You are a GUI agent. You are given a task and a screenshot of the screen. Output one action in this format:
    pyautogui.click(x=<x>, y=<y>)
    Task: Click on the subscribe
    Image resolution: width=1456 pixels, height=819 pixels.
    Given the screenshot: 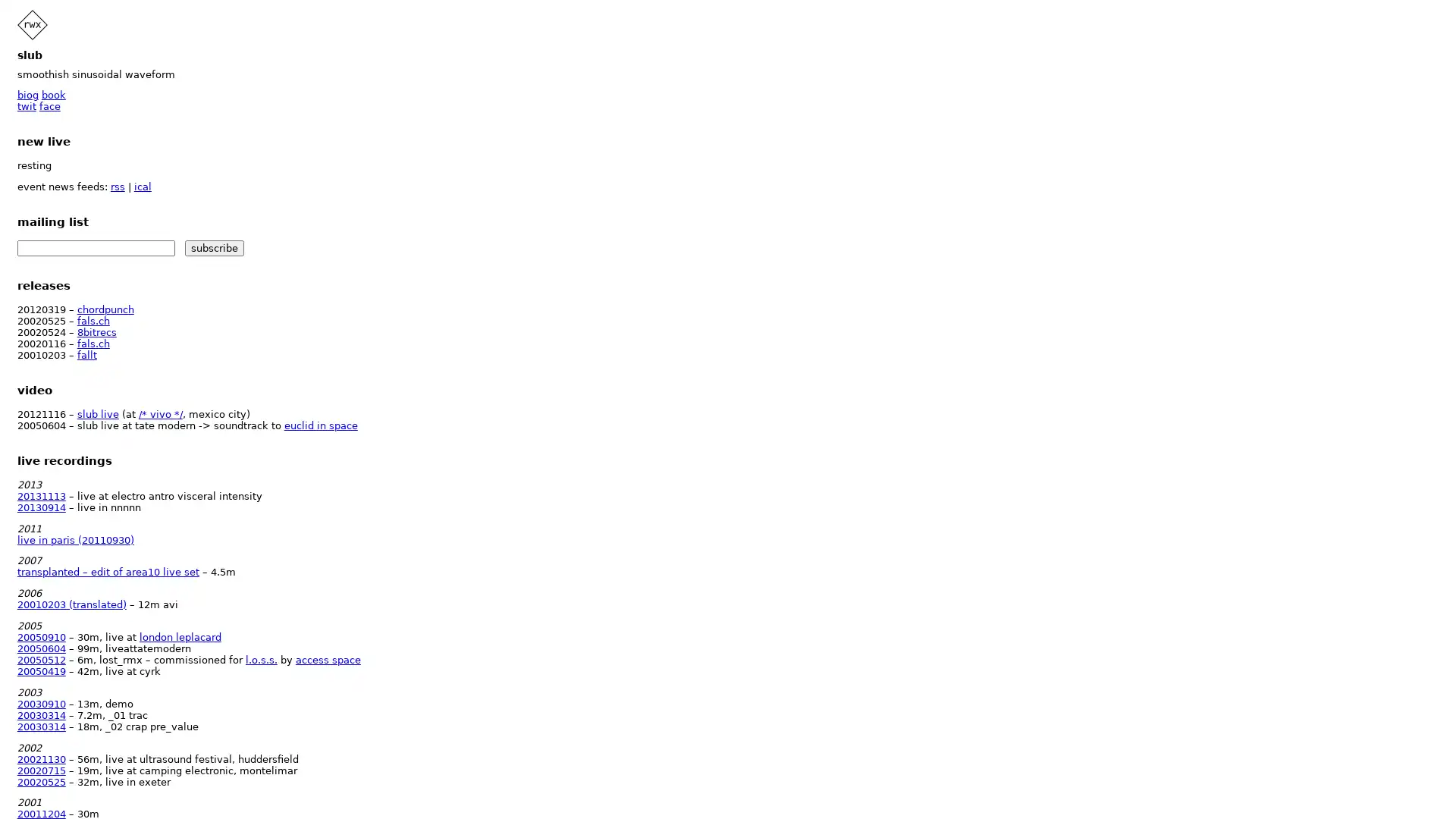 What is the action you would take?
    pyautogui.click(x=214, y=247)
    